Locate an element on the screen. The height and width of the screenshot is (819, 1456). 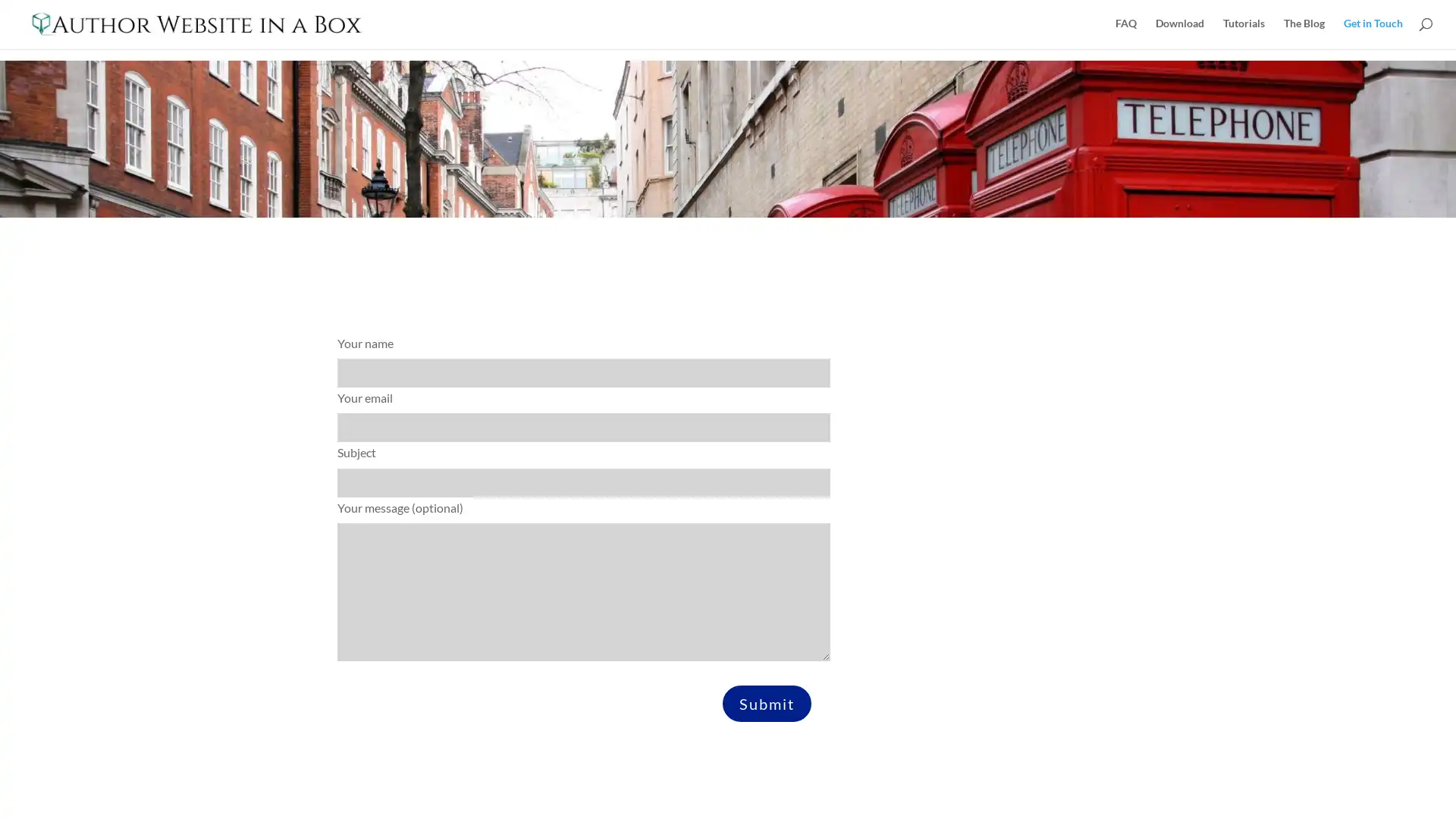
Submit is located at coordinates (767, 702).